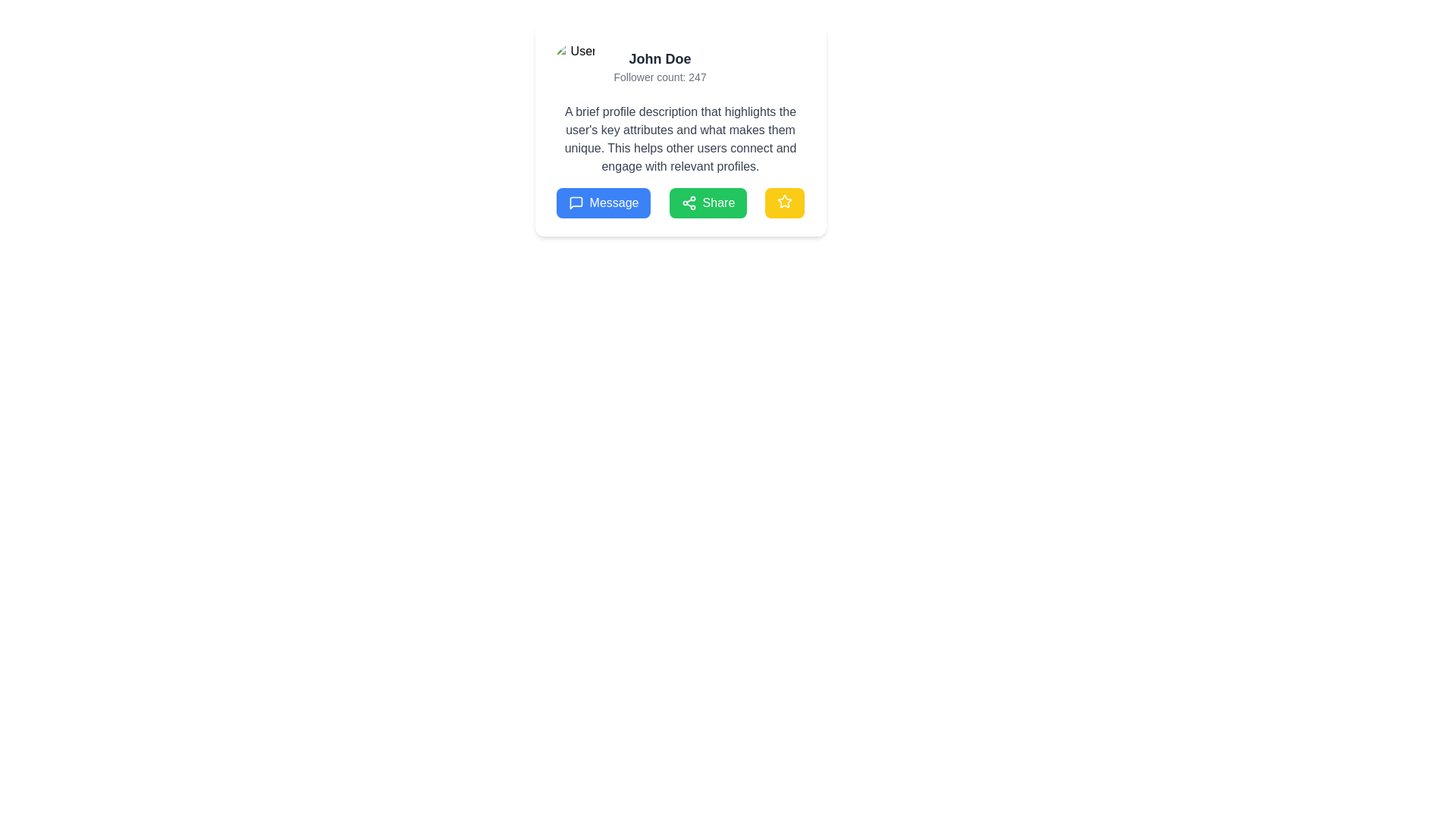 The image size is (1456, 819). Describe the element at coordinates (603, 202) in the screenshot. I see `the message sending button located at the leftmost position in the row of interactive elements, just below the user's profile information` at that location.